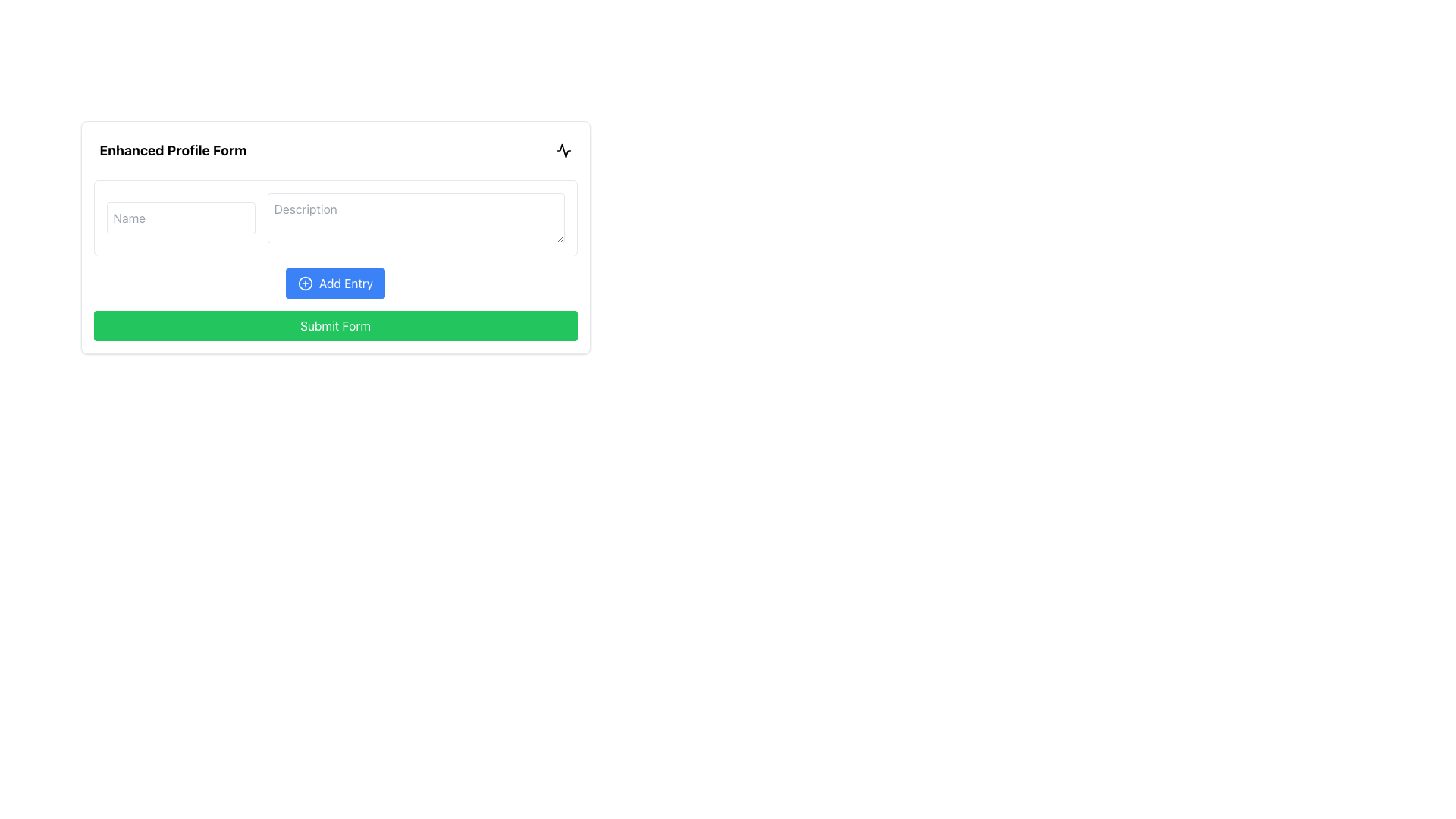  Describe the element at coordinates (304, 284) in the screenshot. I see `the circular '+' icon, which is part of the blue 'Add Entry' button positioned between the 'Name' and 'Description' fields and above the green 'Submit Form' button` at that location.